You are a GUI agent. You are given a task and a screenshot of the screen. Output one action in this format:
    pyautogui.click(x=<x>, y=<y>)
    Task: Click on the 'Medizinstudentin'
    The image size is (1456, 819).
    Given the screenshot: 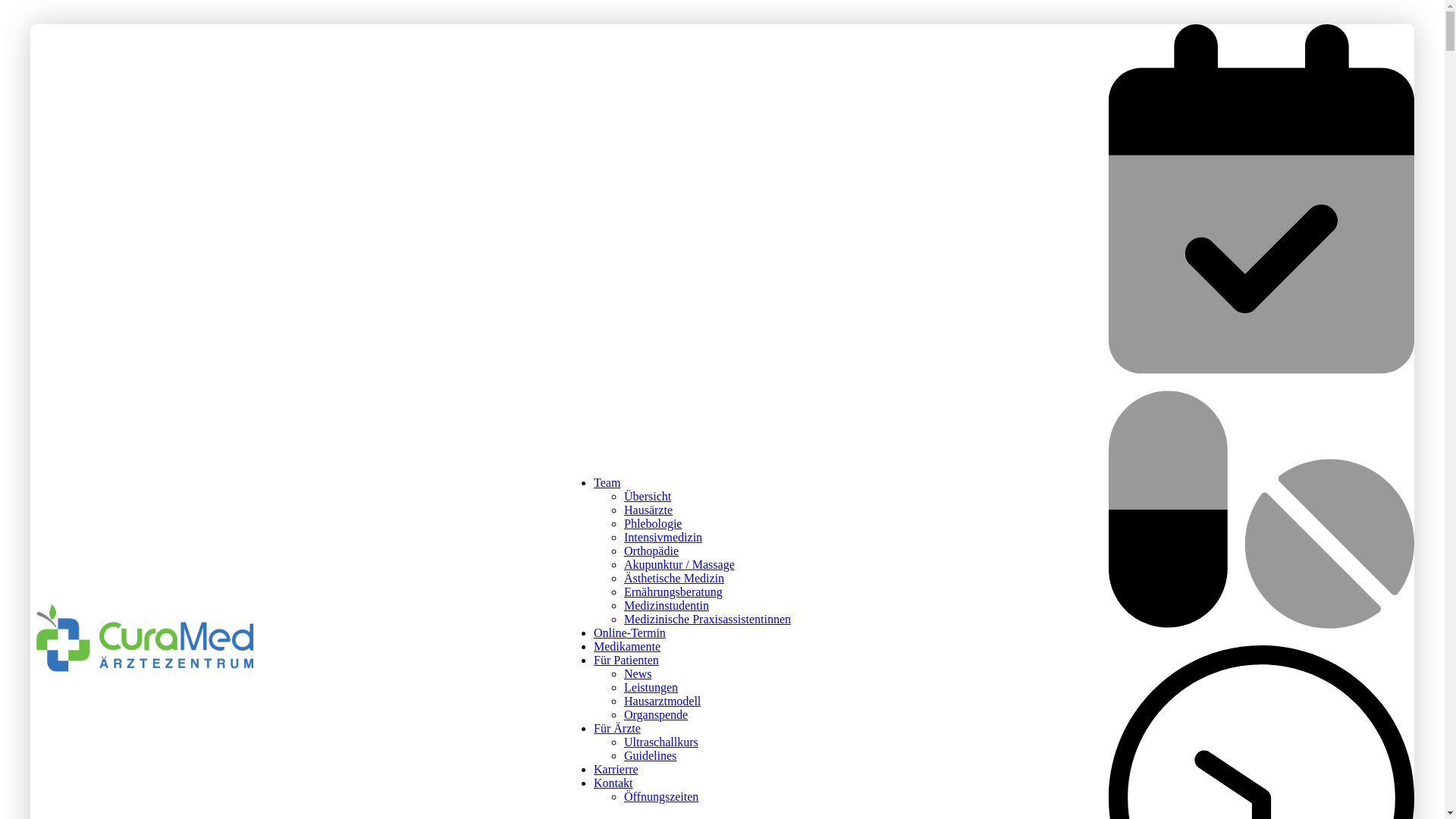 What is the action you would take?
    pyautogui.click(x=666, y=604)
    